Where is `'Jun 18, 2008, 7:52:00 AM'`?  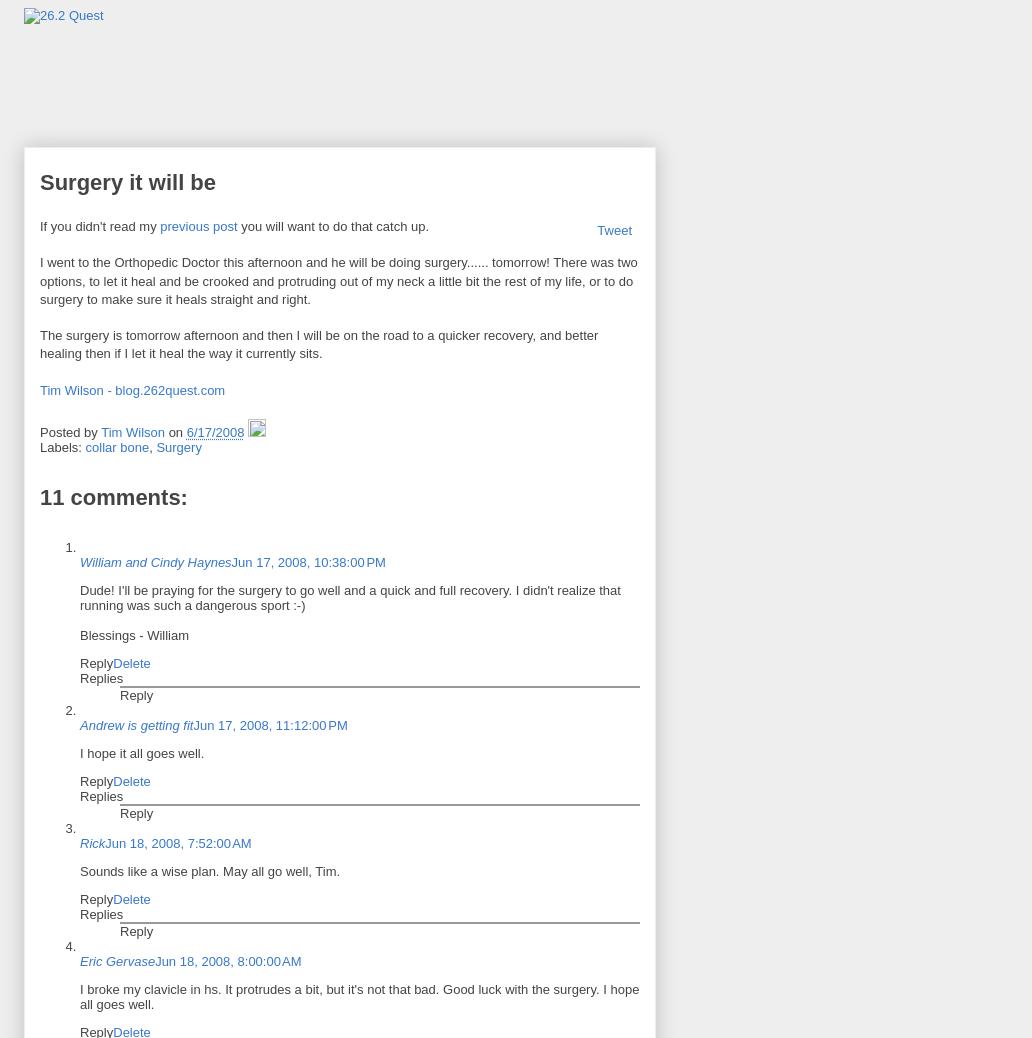
'Jun 18, 2008, 7:52:00 AM' is located at coordinates (177, 842).